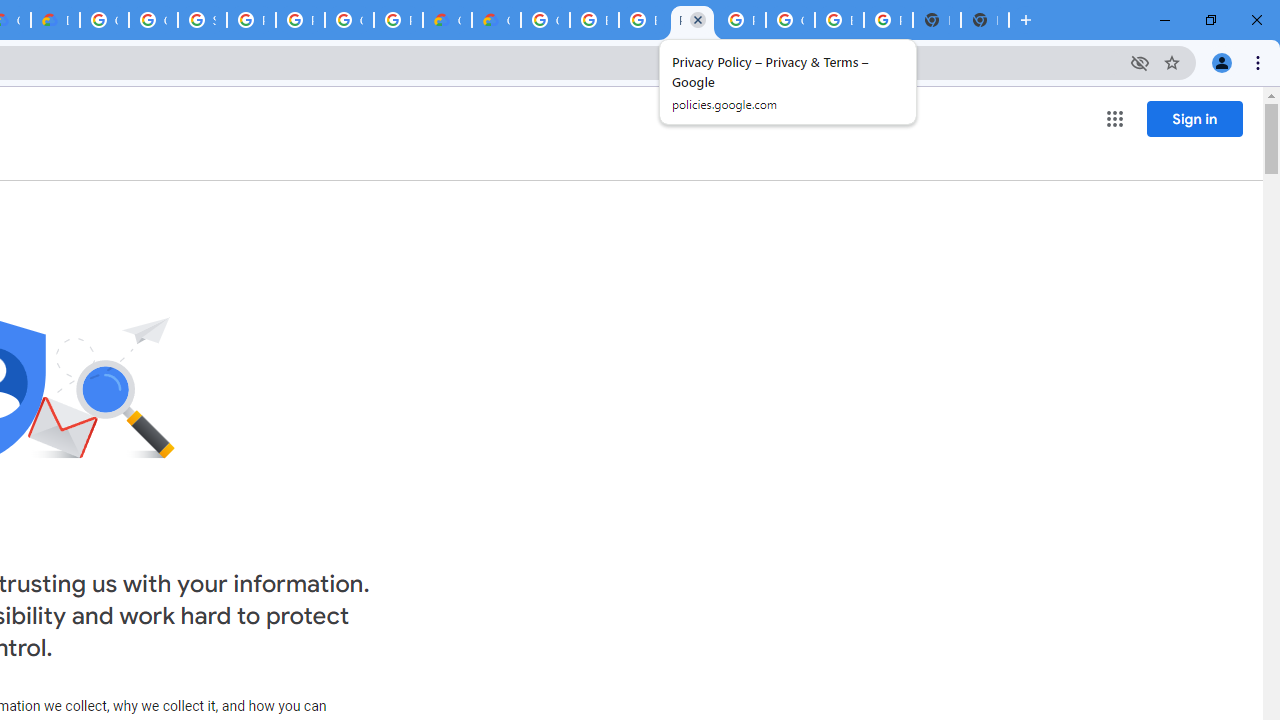 The image size is (1280, 720). What do you see at coordinates (593, 20) in the screenshot?
I see `'Browse Chrome as a guest - Computer - Google Chrome Help'` at bounding box center [593, 20].